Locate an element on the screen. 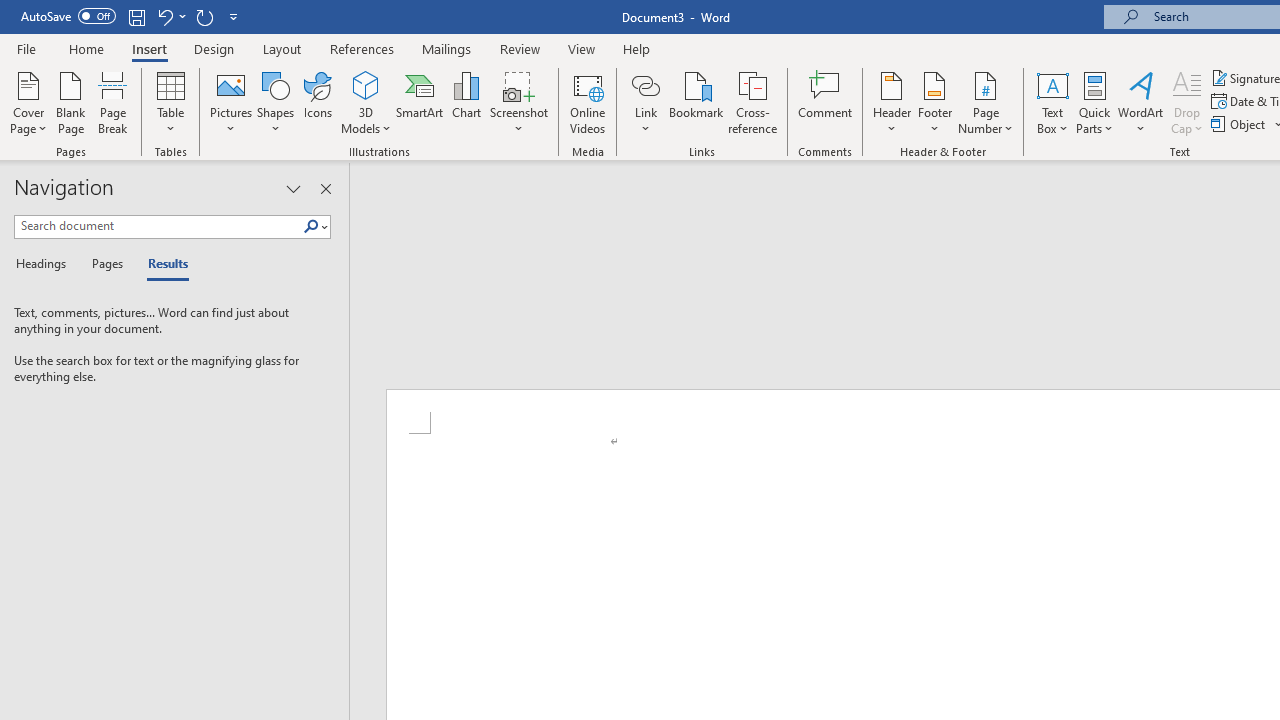 This screenshot has width=1280, height=720. 'Page Number' is located at coordinates (986, 103).